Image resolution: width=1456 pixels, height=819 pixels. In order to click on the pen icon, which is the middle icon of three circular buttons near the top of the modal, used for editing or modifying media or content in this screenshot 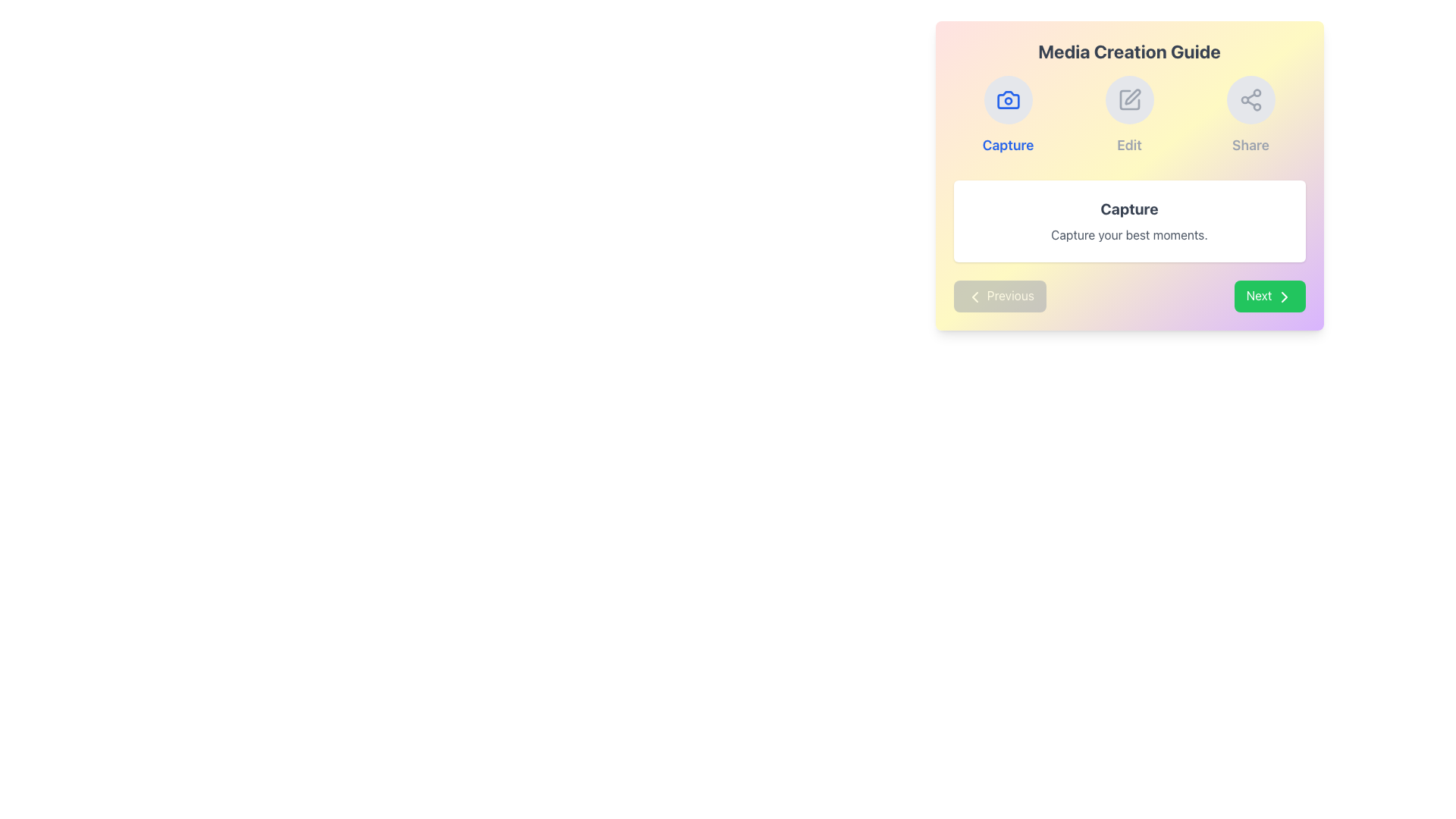, I will do `click(1132, 96)`.